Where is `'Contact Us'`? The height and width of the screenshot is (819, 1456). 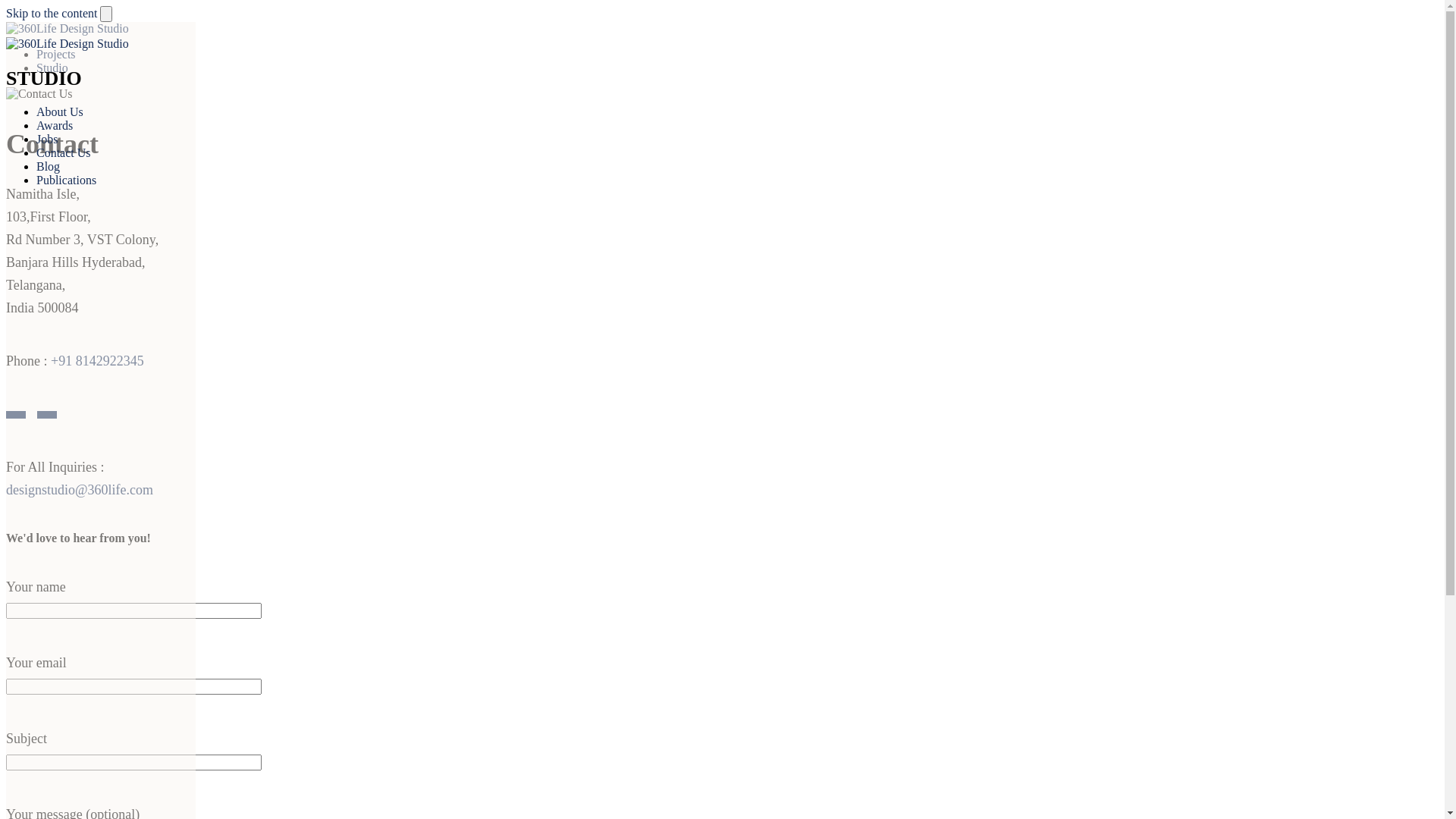 'Contact Us' is located at coordinates (62, 152).